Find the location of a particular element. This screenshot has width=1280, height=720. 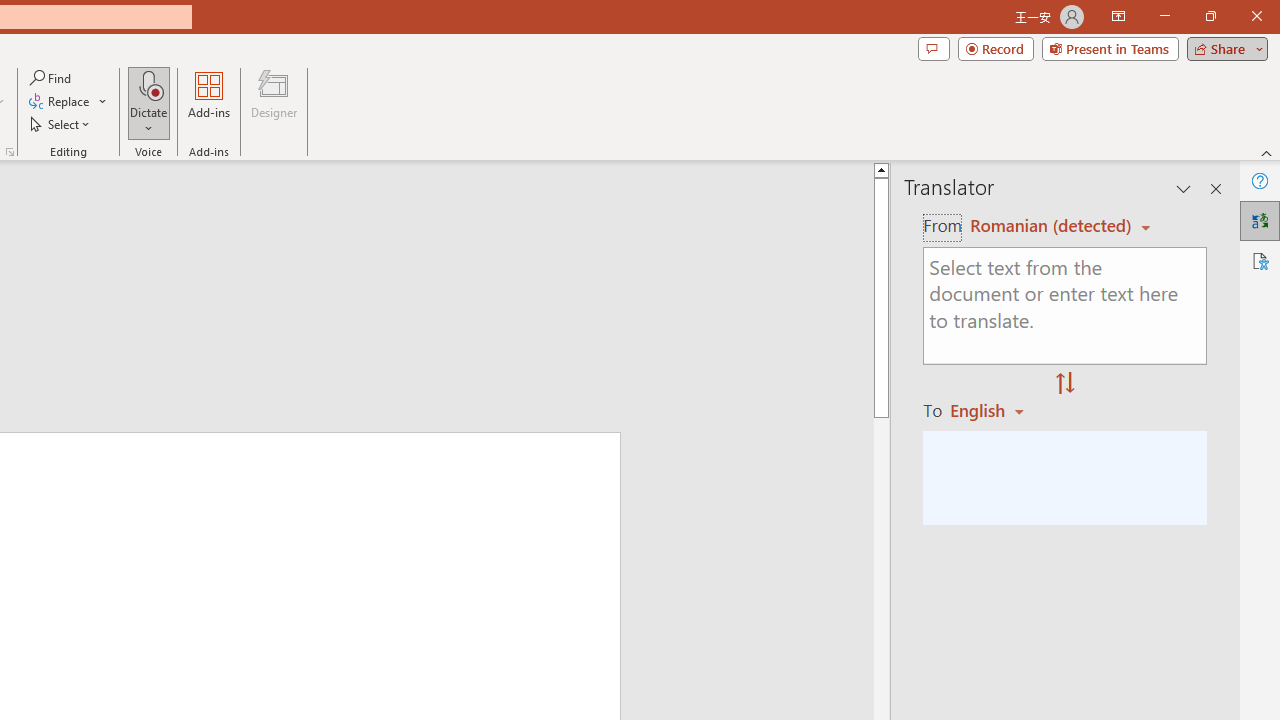

'Task Pane Options' is located at coordinates (1184, 189).